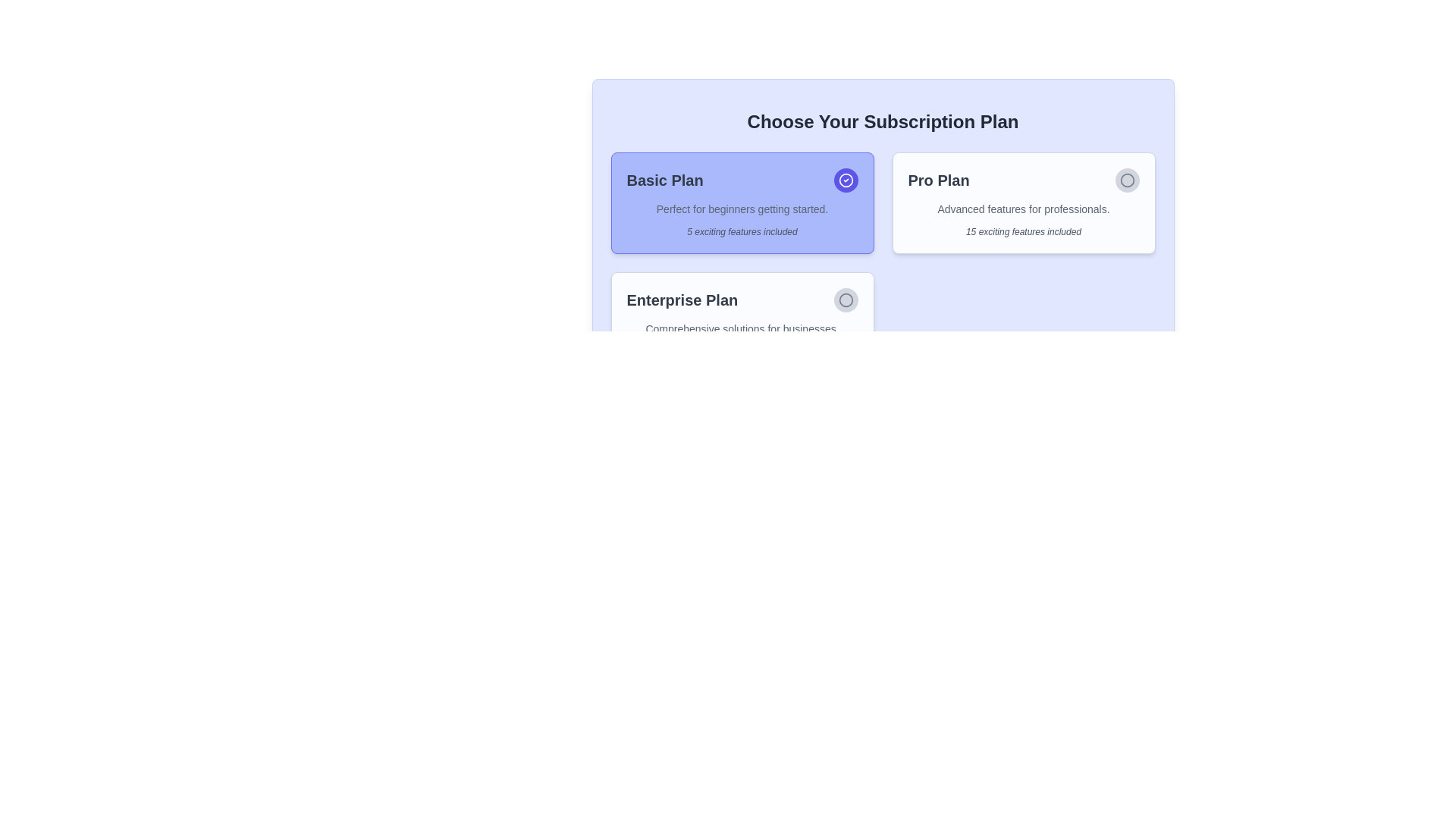 Image resolution: width=1456 pixels, height=819 pixels. I want to click on the interactive icon representing the 'Pro Plan' choice, located in the top-right of the subscription selection interface, so click(1127, 180).